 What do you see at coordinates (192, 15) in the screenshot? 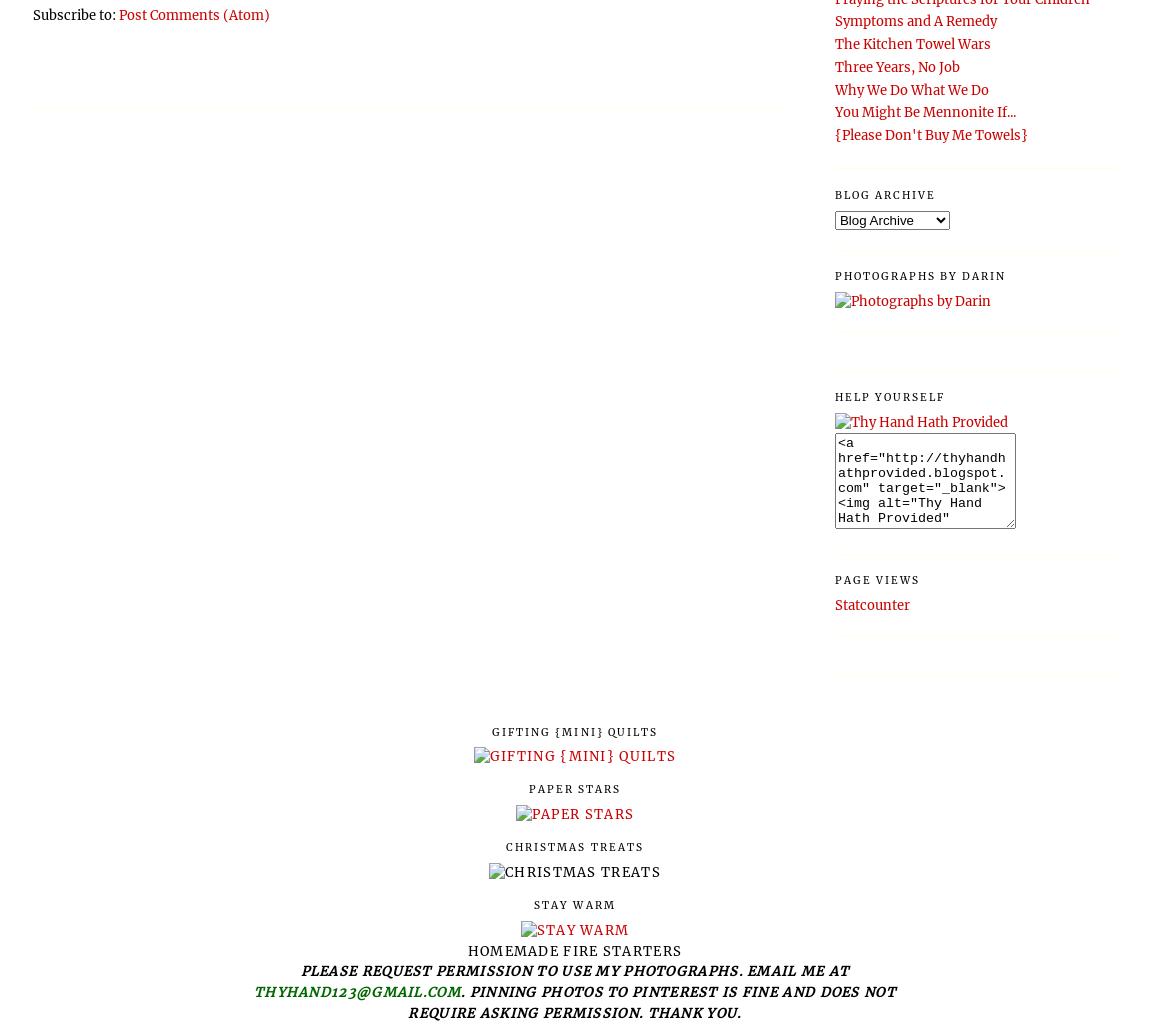
I see `'Post Comments (Atom)'` at bounding box center [192, 15].